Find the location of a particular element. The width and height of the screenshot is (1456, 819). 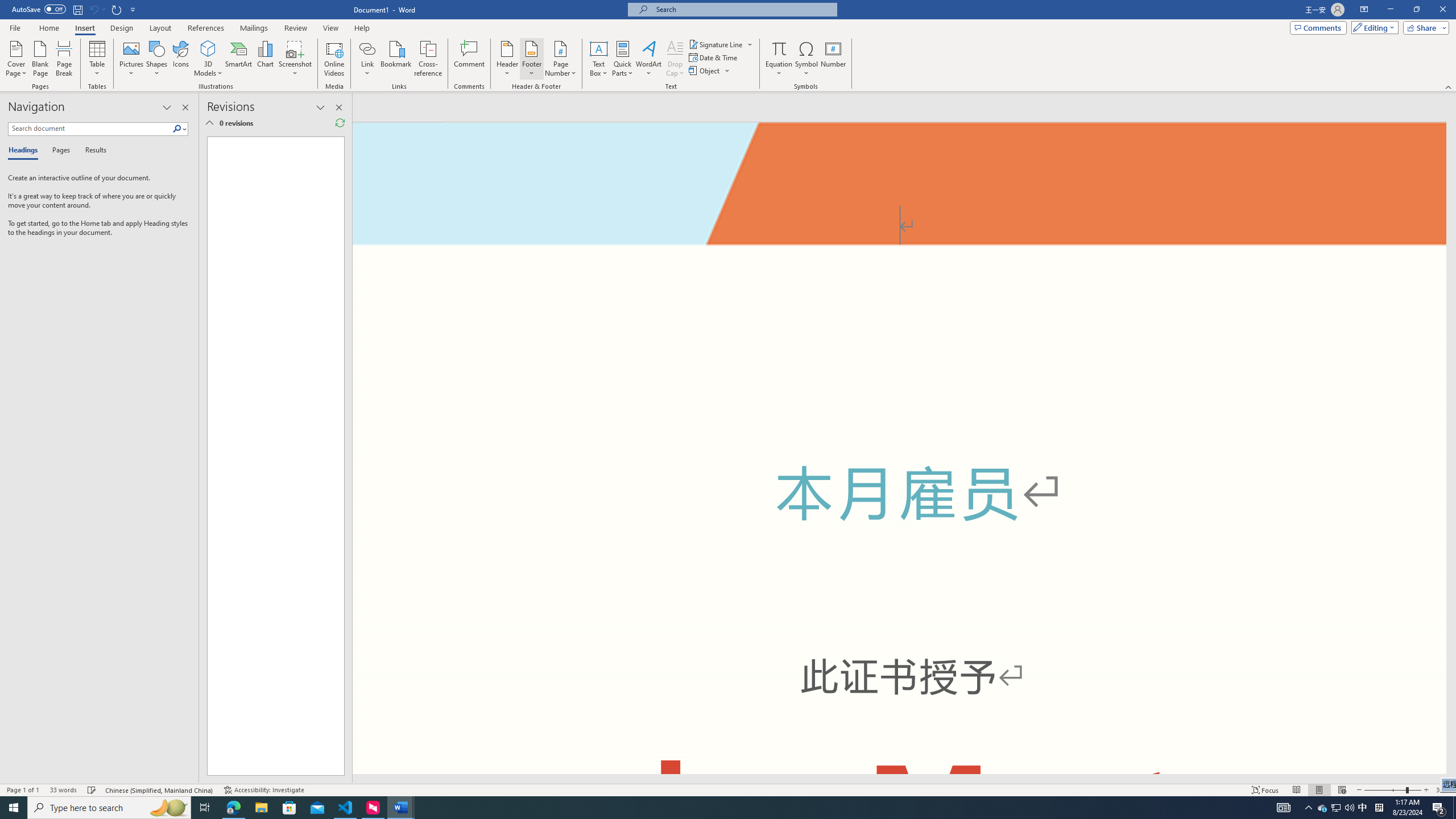

'Screenshot' is located at coordinates (295, 59).